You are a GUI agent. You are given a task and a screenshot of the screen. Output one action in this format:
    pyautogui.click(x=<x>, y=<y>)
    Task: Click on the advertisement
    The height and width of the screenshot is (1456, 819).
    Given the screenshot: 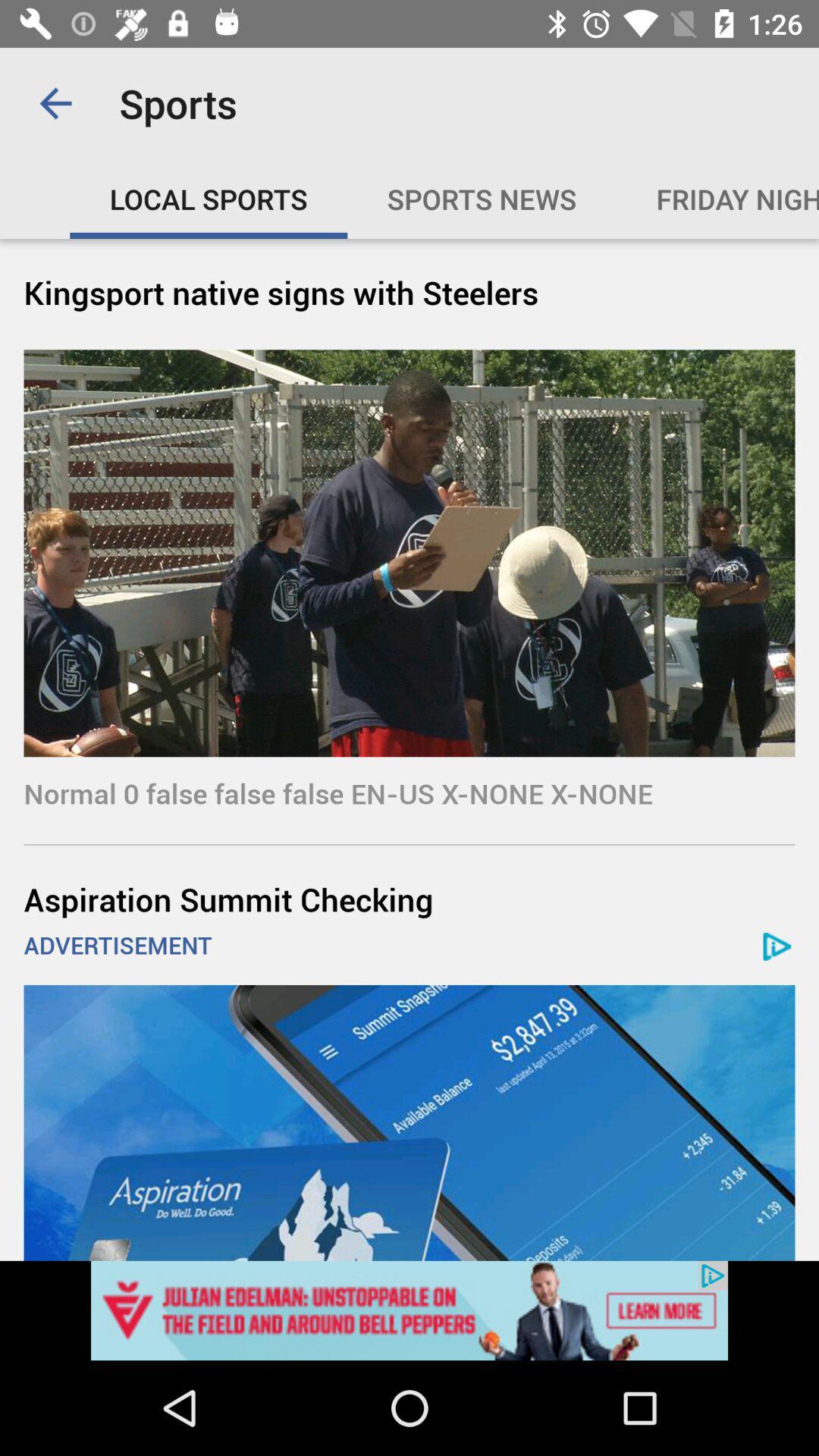 What is the action you would take?
    pyautogui.click(x=409, y=1310)
    